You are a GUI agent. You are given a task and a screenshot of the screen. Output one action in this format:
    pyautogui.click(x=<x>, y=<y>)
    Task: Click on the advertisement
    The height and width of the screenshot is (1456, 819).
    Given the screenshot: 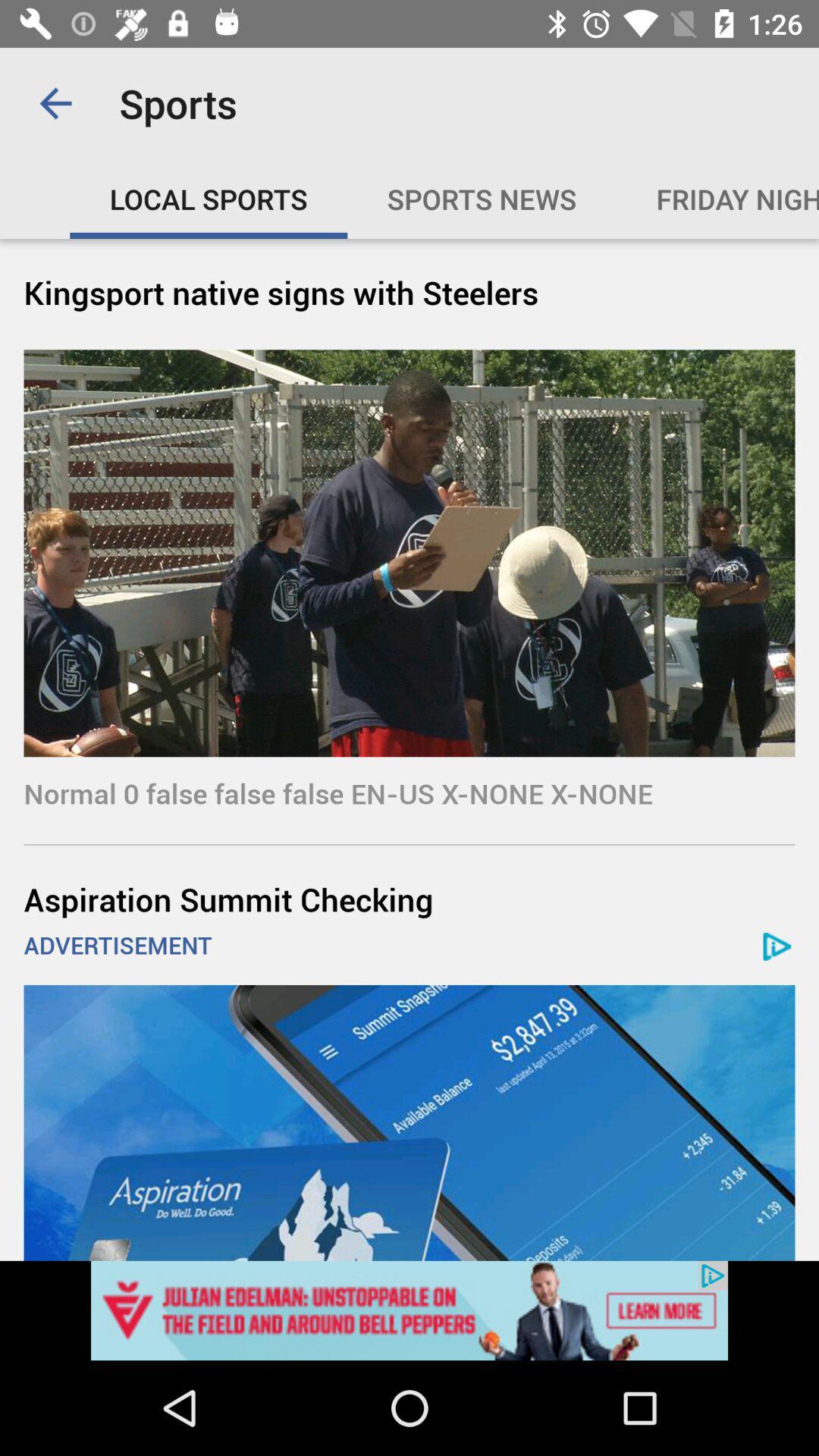 What is the action you would take?
    pyautogui.click(x=409, y=1310)
    